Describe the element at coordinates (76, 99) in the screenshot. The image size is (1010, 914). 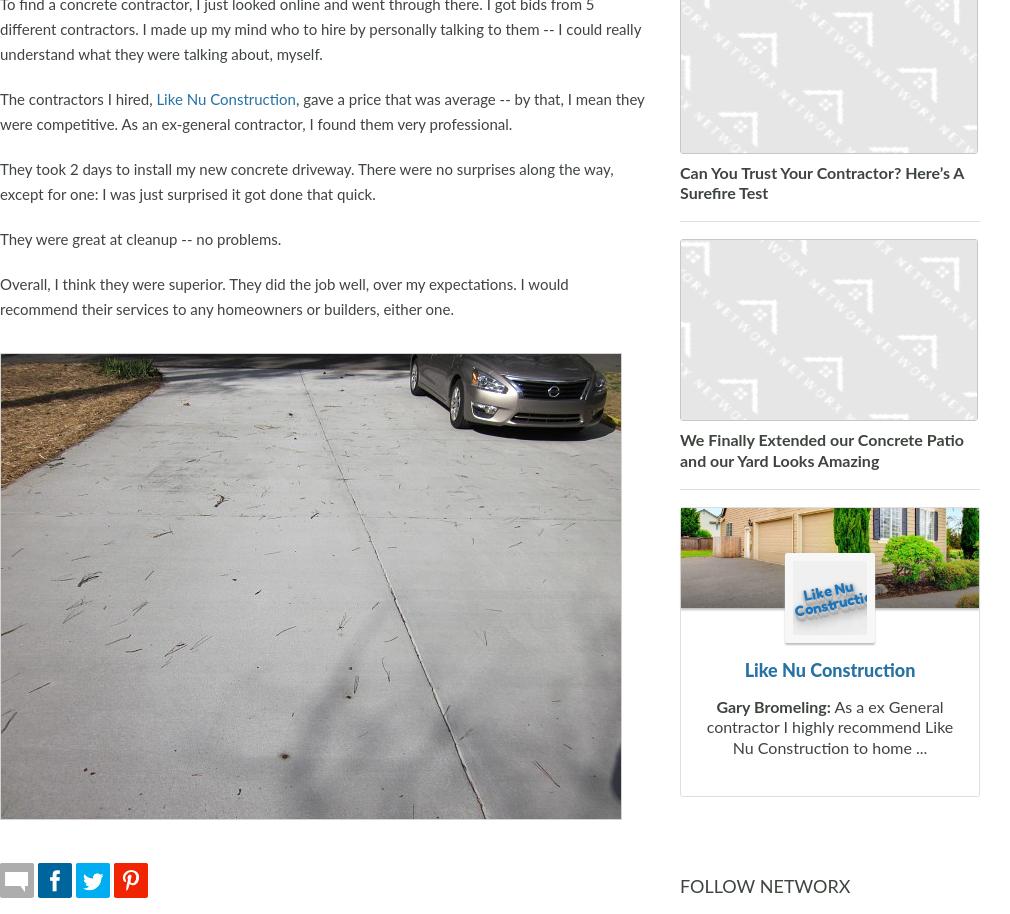
I see `'The contractors I hired,'` at that location.